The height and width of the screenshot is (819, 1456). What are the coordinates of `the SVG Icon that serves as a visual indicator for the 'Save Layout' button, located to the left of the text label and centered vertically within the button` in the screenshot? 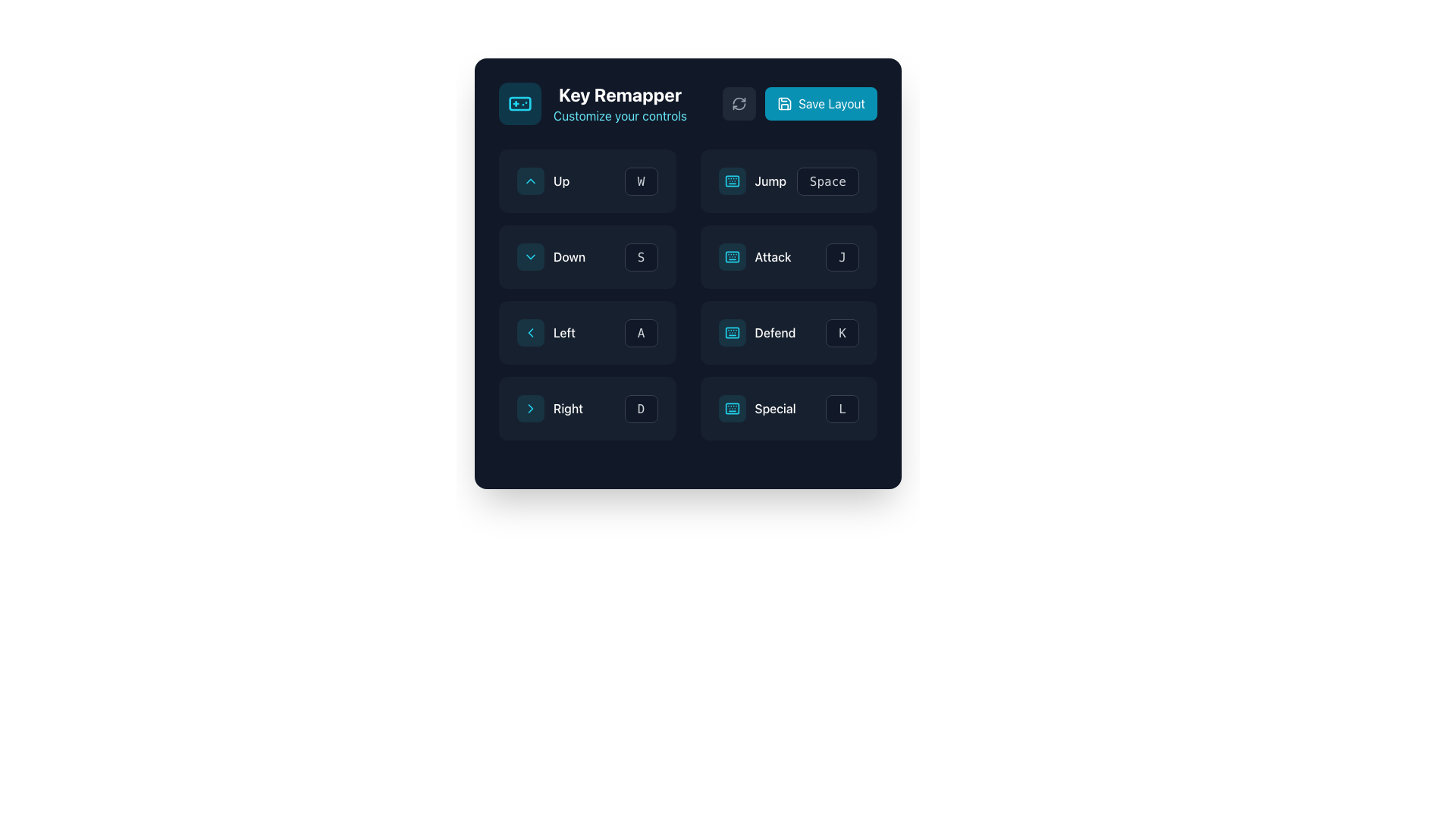 It's located at (785, 103).